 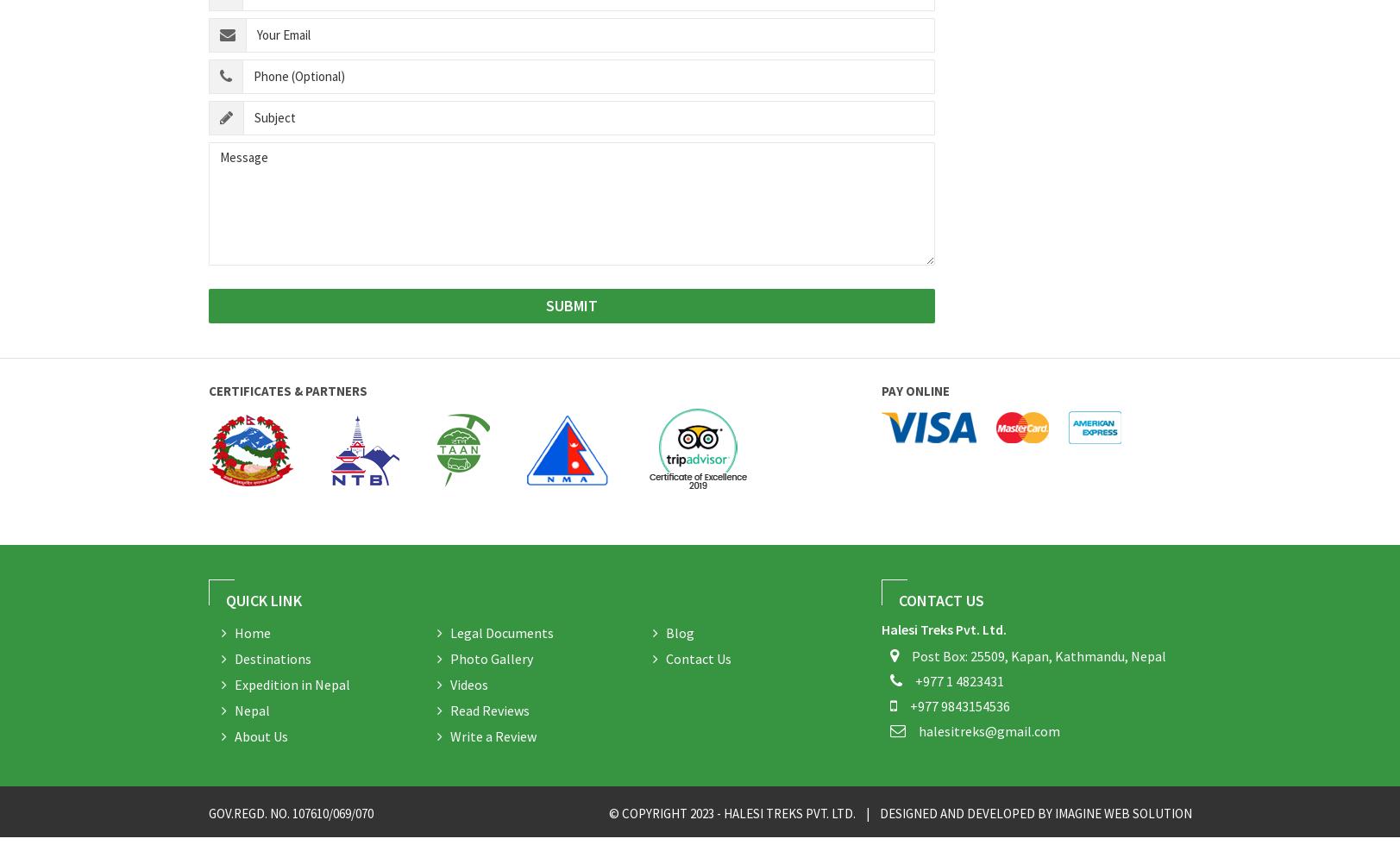 What do you see at coordinates (958, 705) in the screenshot?
I see `'+977 9843154536'` at bounding box center [958, 705].